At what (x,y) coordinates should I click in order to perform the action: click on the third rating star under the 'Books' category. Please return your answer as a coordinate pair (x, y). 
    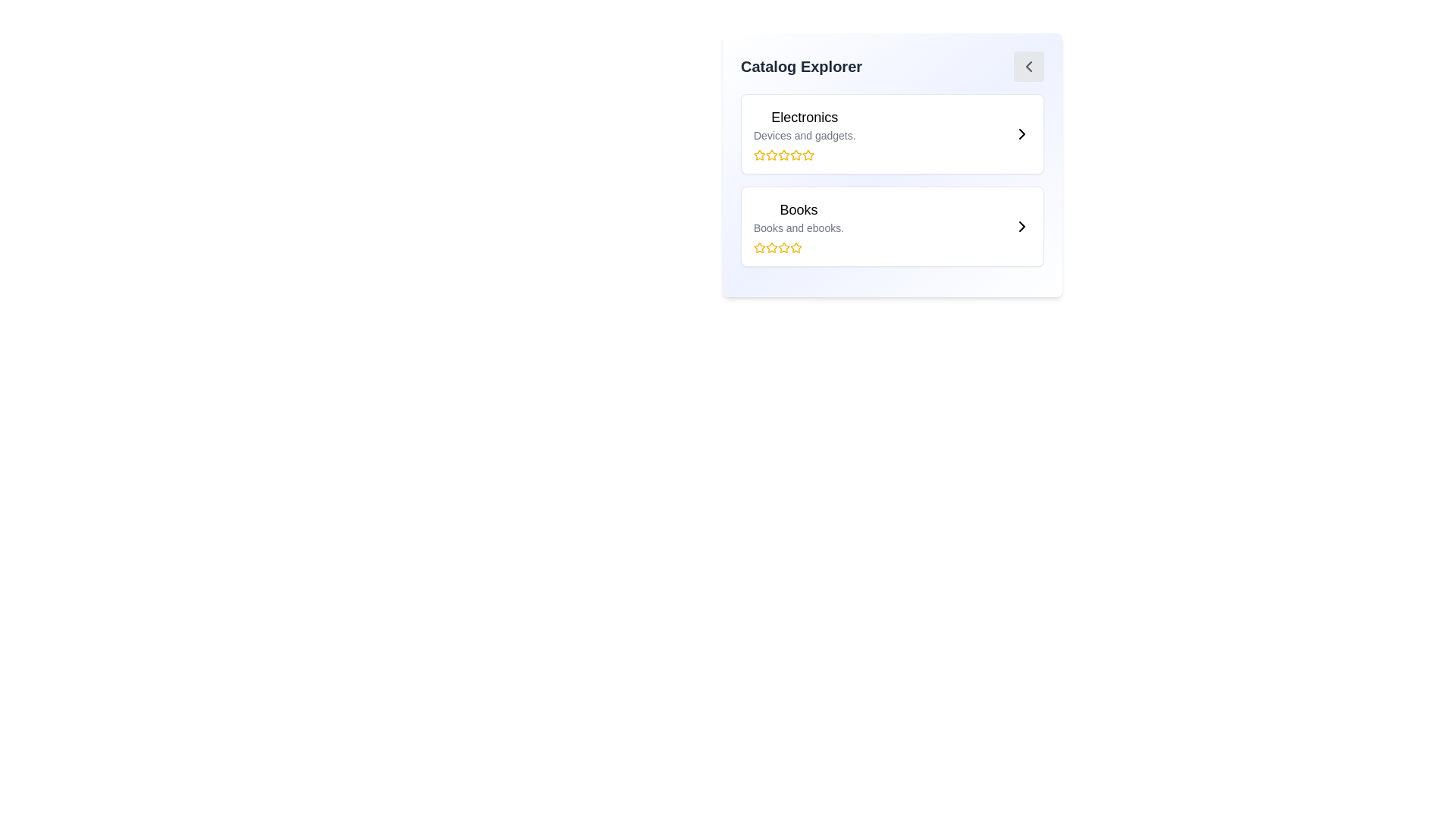
    Looking at the image, I should click on (795, 246).